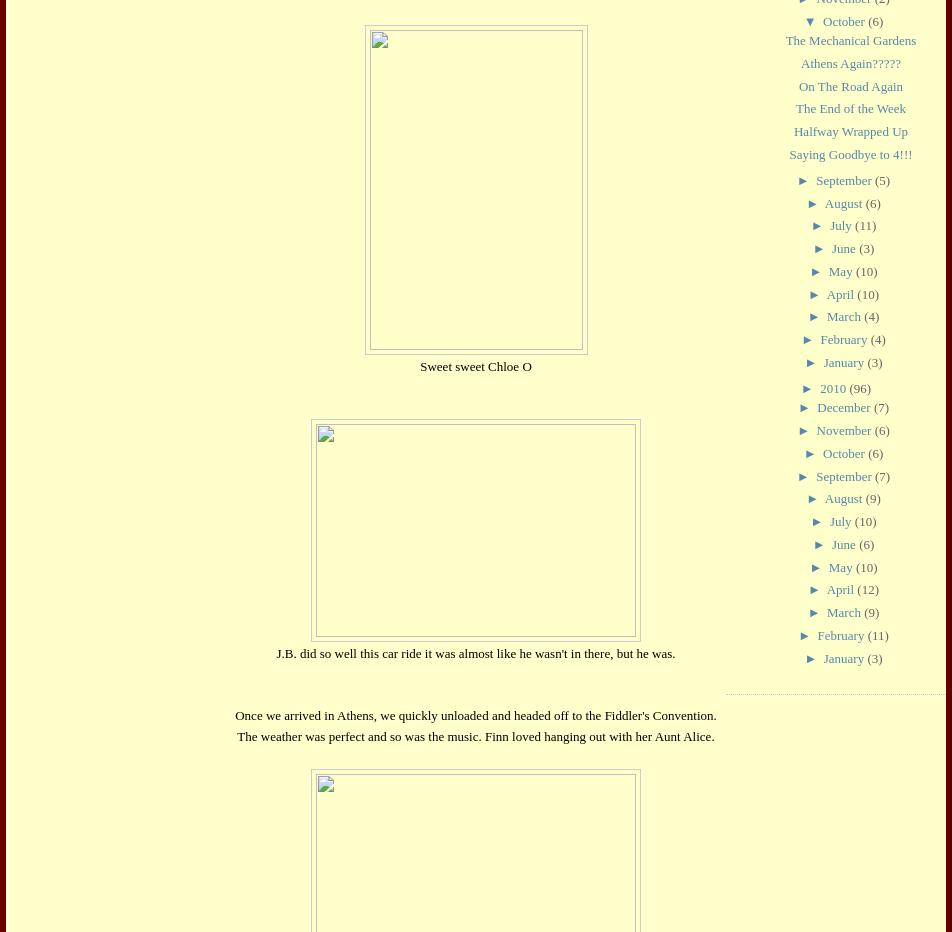  I want to click on 'Sweet sweet Chloe O', so click(475, 364).